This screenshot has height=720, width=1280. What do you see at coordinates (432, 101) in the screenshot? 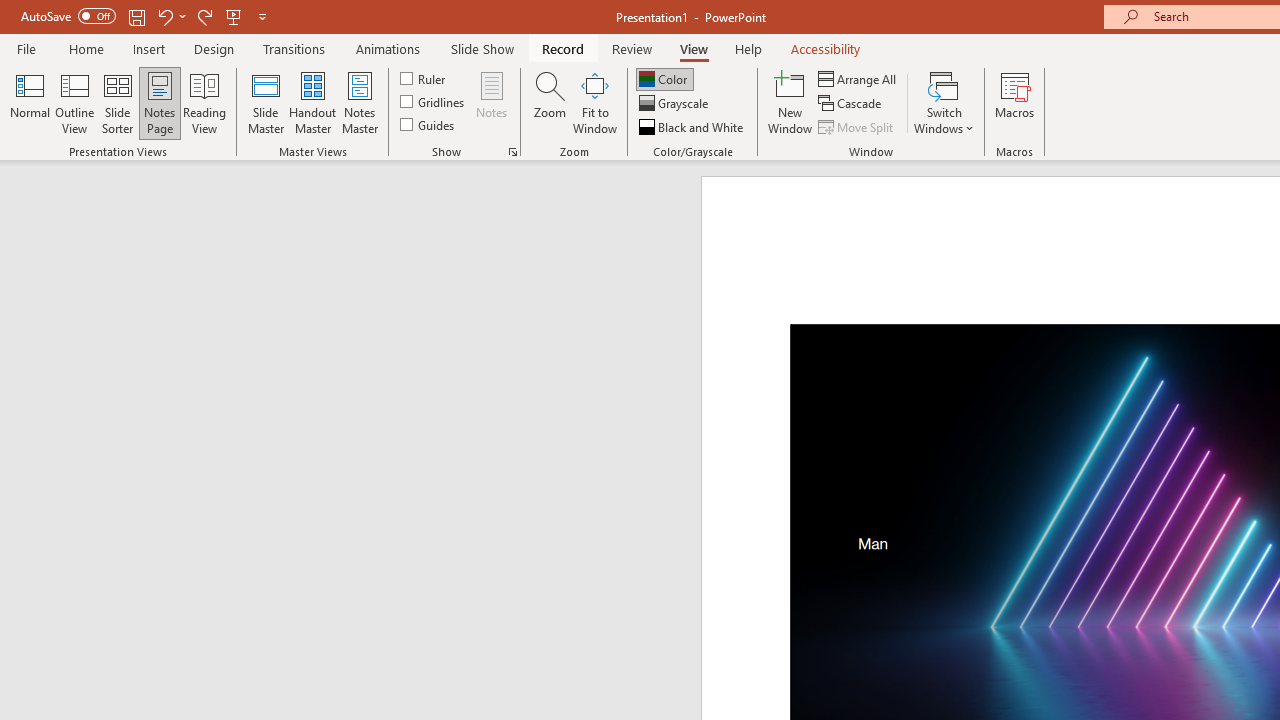
I see `'Gridlines'` at bounding box center [432, 101].